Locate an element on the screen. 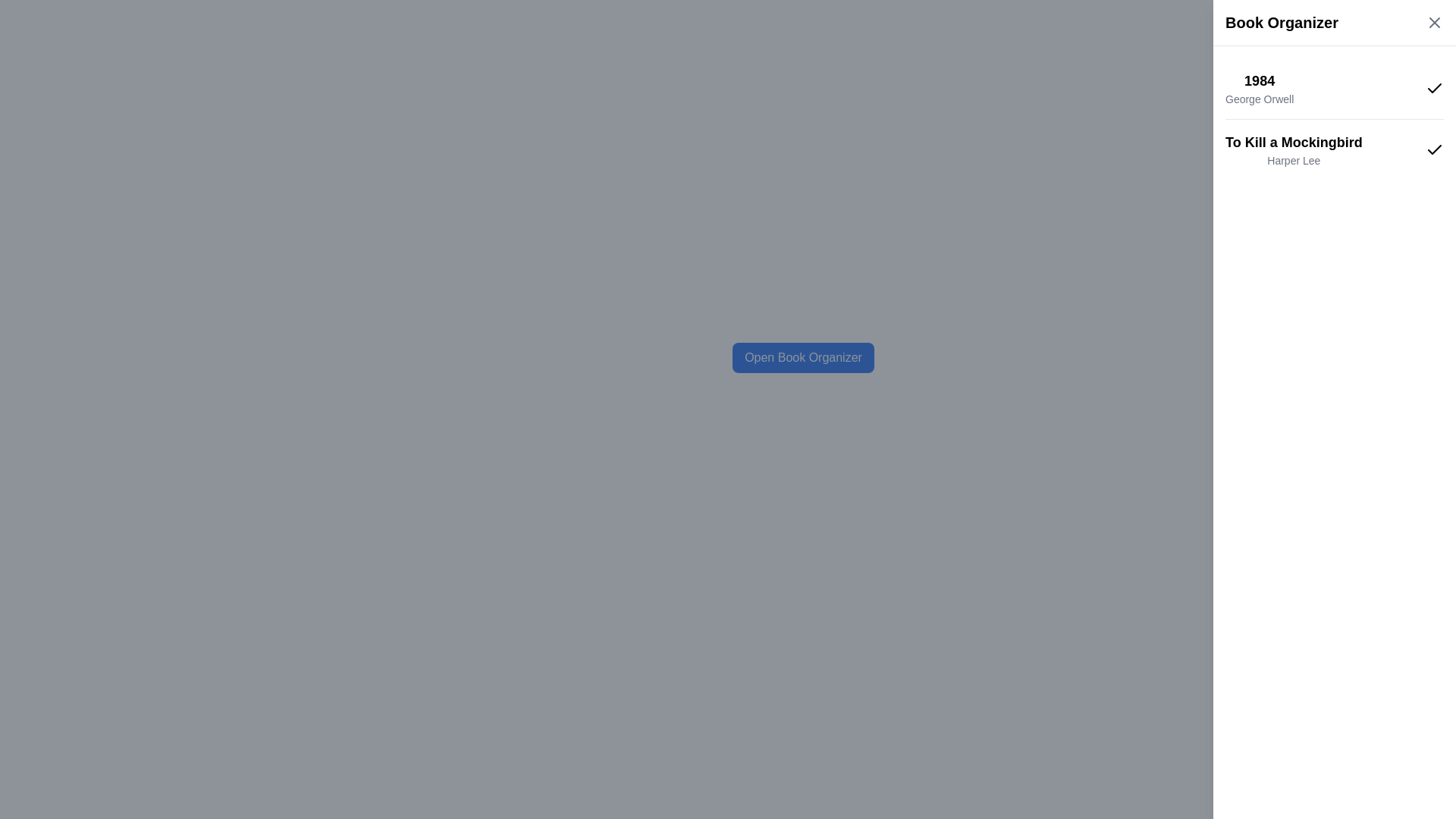 The height and width of the screenshot is (819, 1456). the book entry in the right-side panel that displays the book's title and author, located below '1984' by George Orwell is located at coordinates (1335, 149).